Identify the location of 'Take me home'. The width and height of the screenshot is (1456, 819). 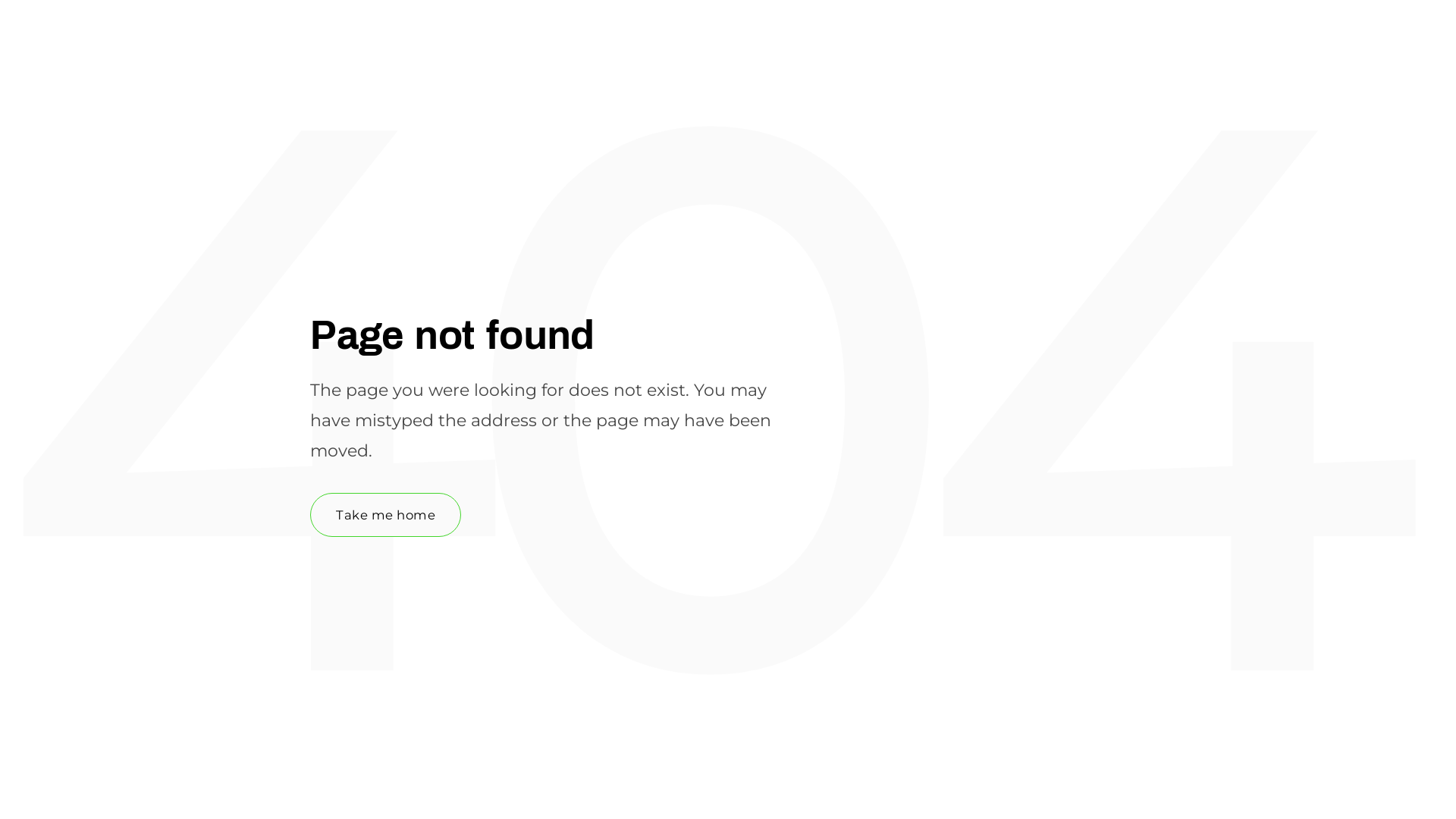
(385, 513).